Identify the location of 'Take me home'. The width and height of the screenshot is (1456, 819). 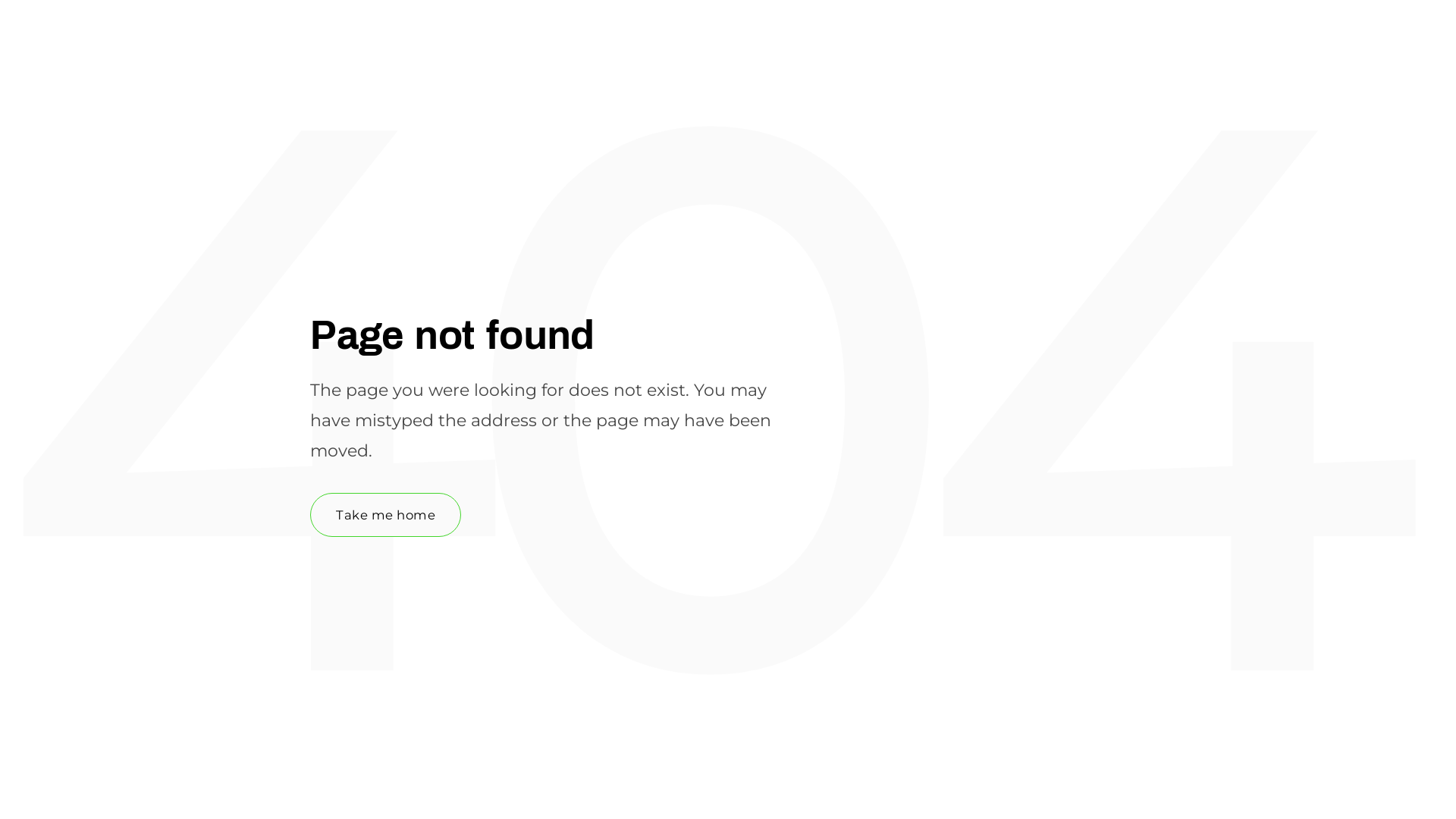
(385, 513).